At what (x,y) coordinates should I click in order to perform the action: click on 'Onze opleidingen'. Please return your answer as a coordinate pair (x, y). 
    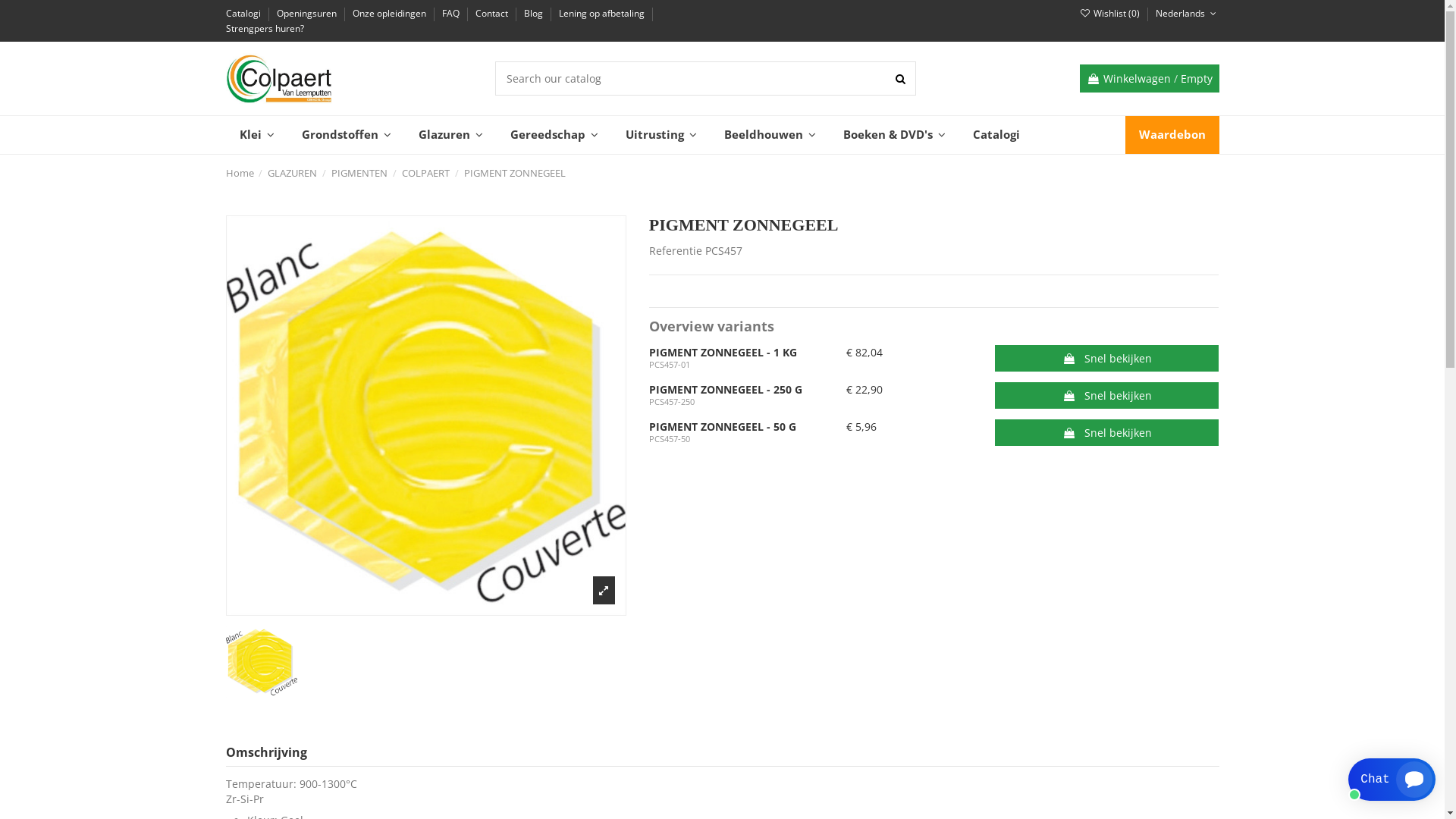
    Looking at the image, I should click on (389, 13).